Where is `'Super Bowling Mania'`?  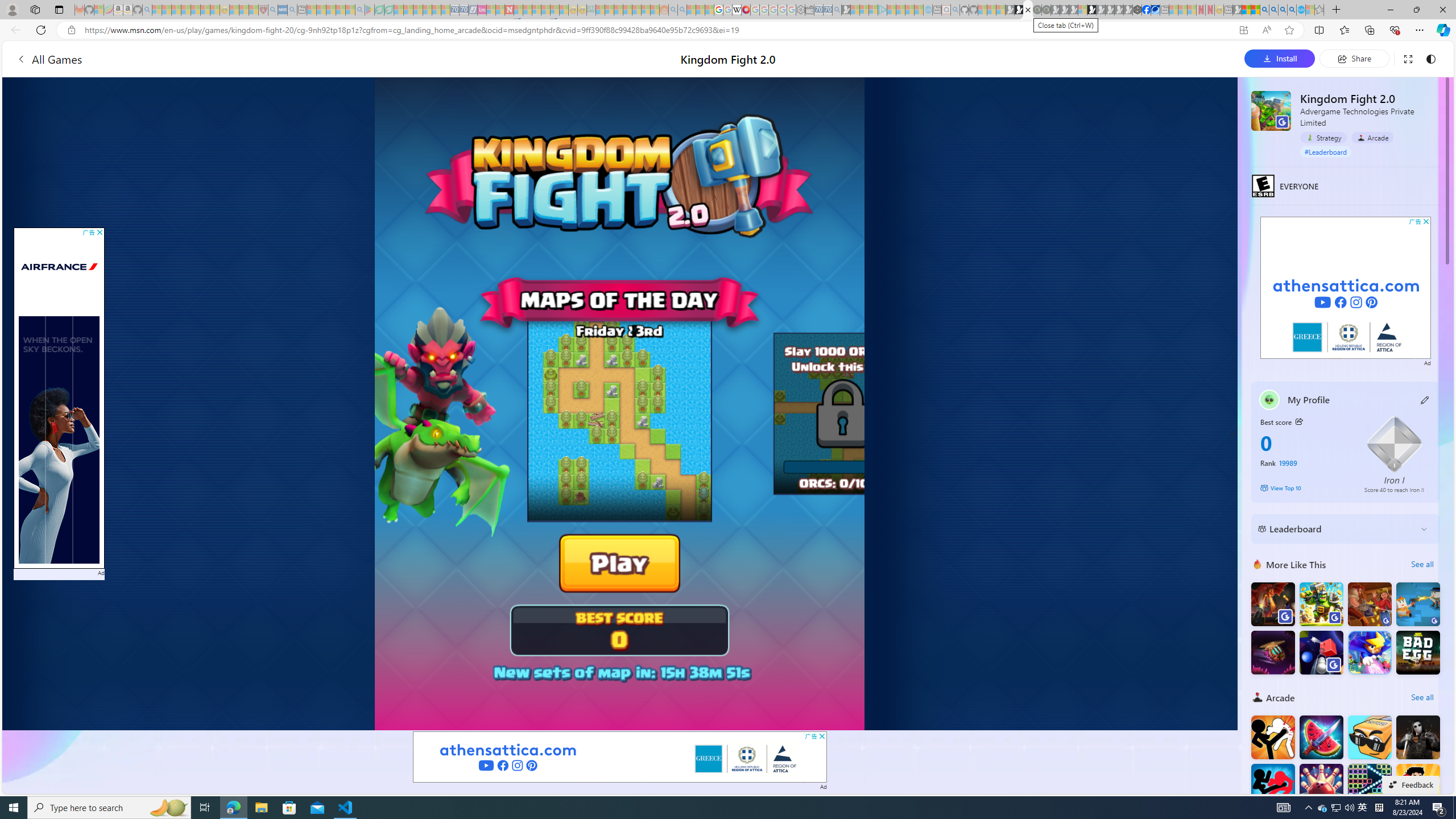 'Super Bowling Mania' is located at coordinates (1321, 785).